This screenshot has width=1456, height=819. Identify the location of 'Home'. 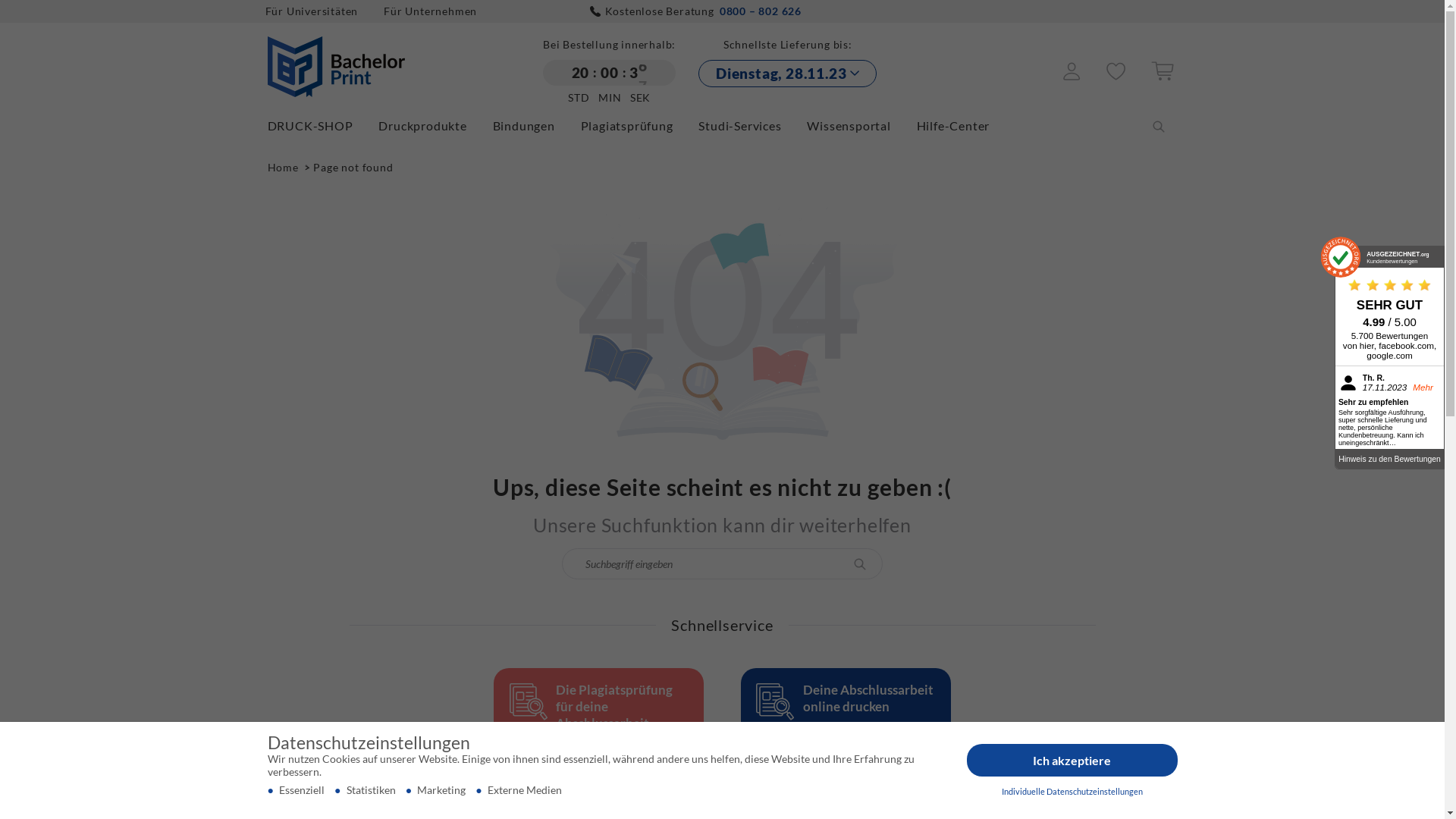
(284, 167).